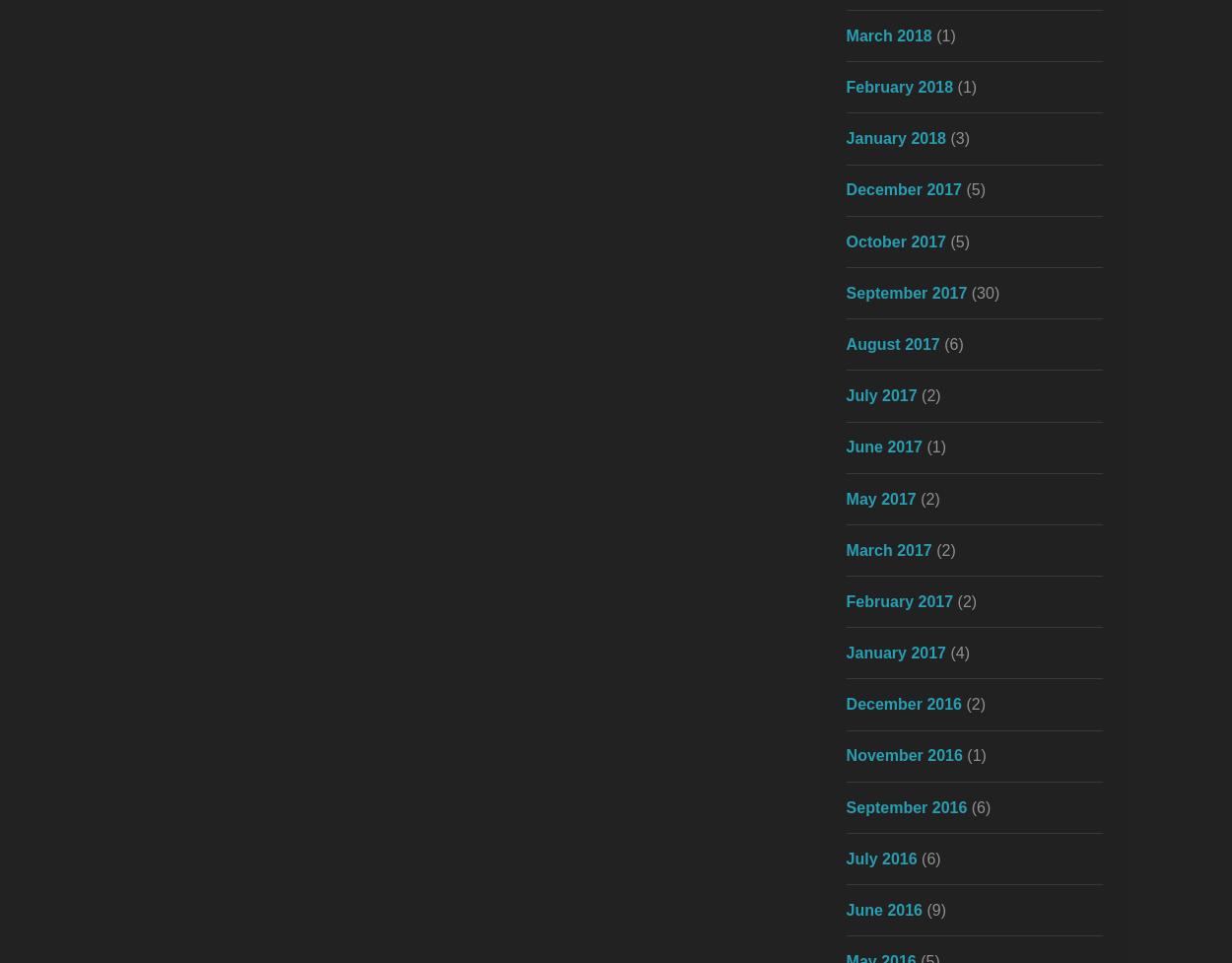 The height and width of the screenshot is (963, 1232). Describe the element at coordinates (899, 87) in the screenshot. I see `'February 2018'` at that location.